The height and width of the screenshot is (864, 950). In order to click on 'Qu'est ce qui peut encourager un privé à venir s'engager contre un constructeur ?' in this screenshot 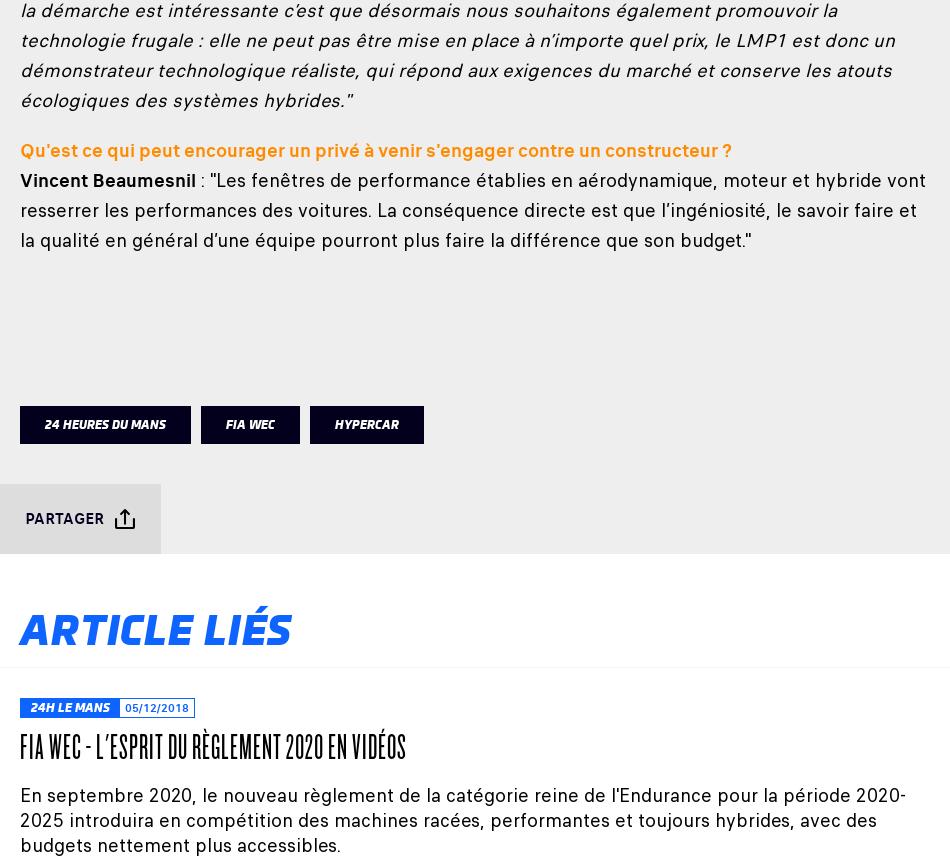, I will do `click(375, 149)`.